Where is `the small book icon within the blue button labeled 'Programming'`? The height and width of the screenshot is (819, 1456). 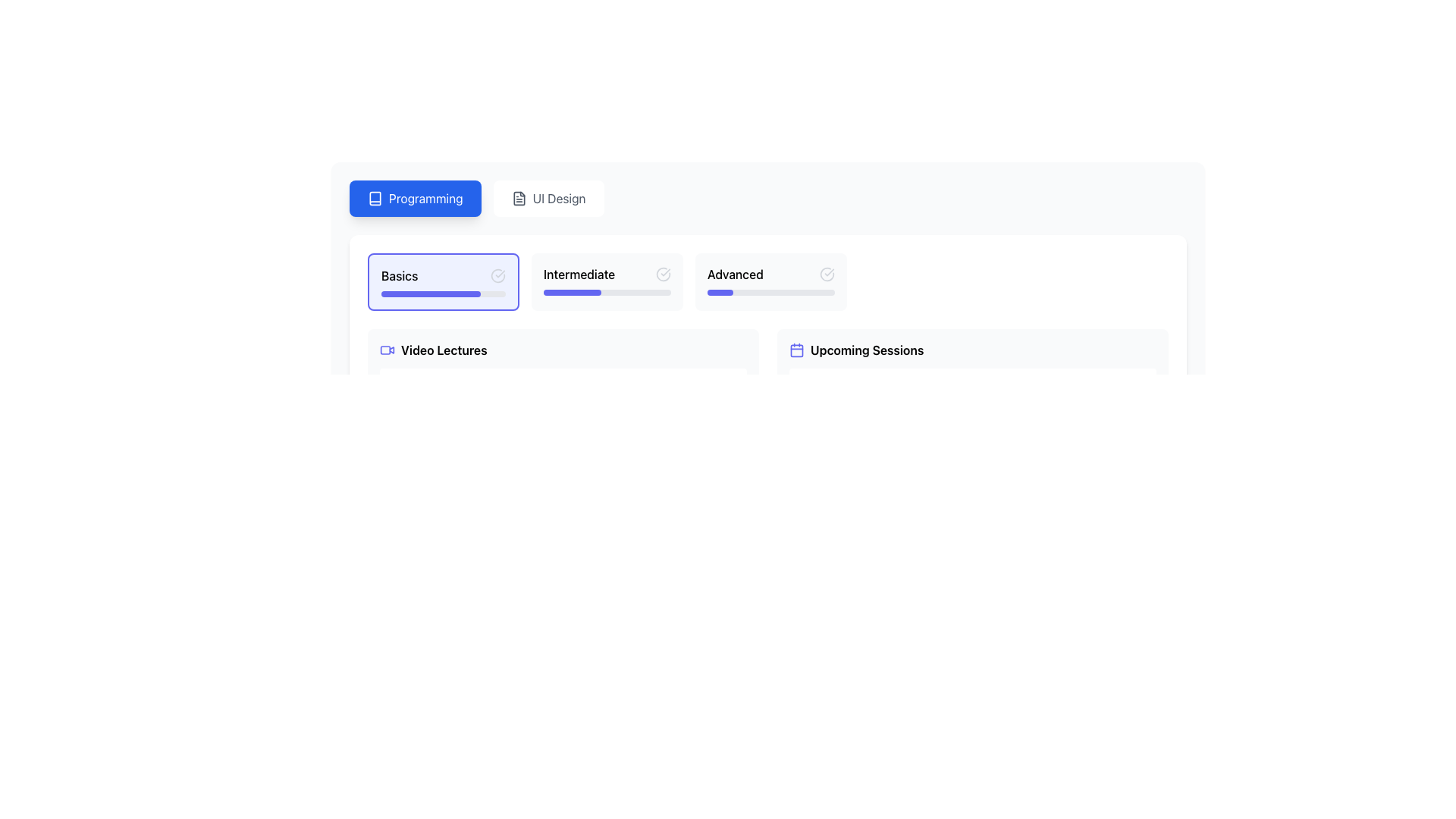 the small book icon within the blue button labeled 'Programming' is located at coordinates (375, 198).